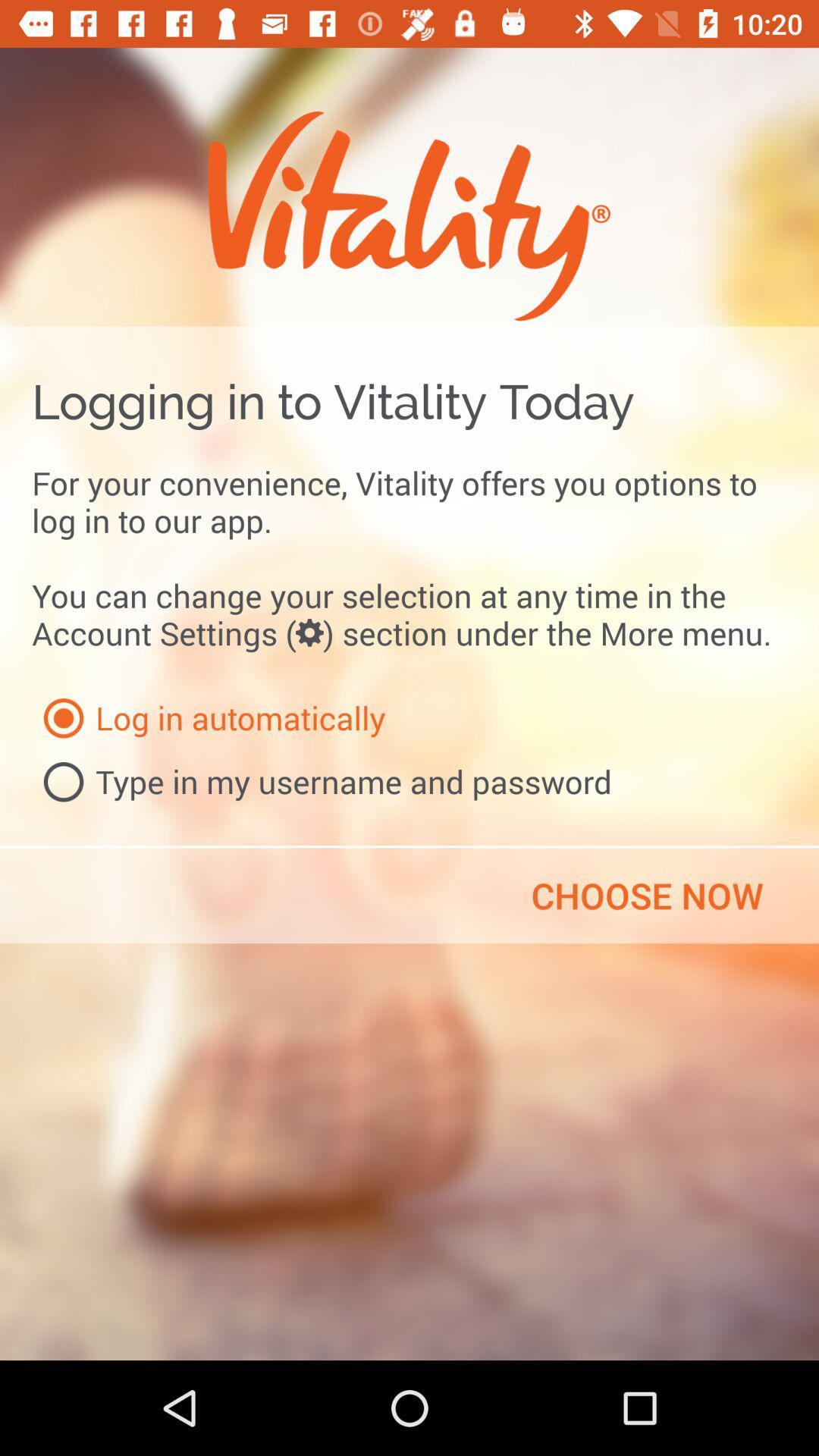 Image resolution: width=819 pixels, height=1456 pixels. Describe the element at coordinates (647, 896) in the screenshot. I see `the choose now item` at that location.